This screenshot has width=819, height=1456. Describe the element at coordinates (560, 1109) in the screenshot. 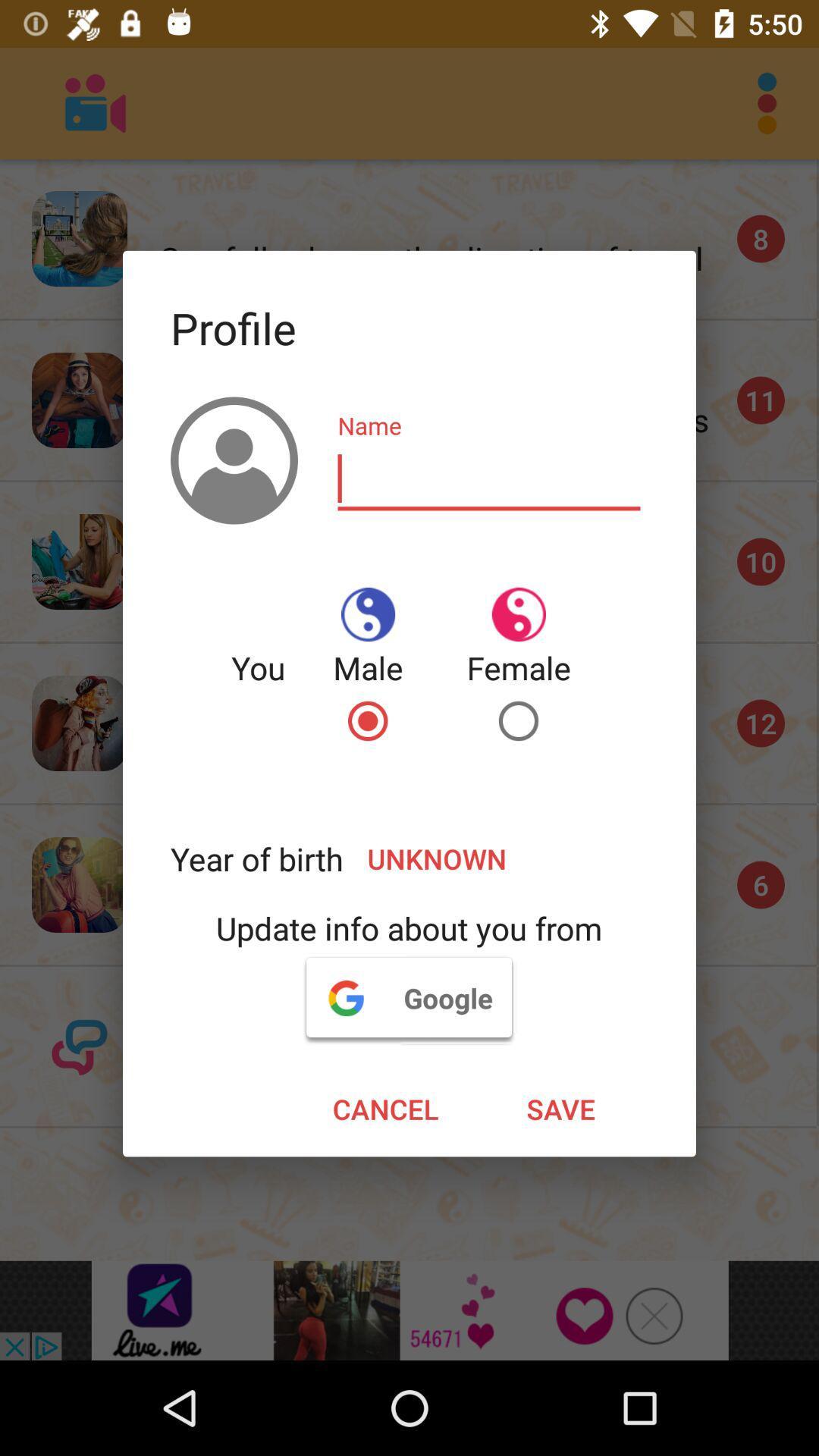

I see `the icon below google` at that location.